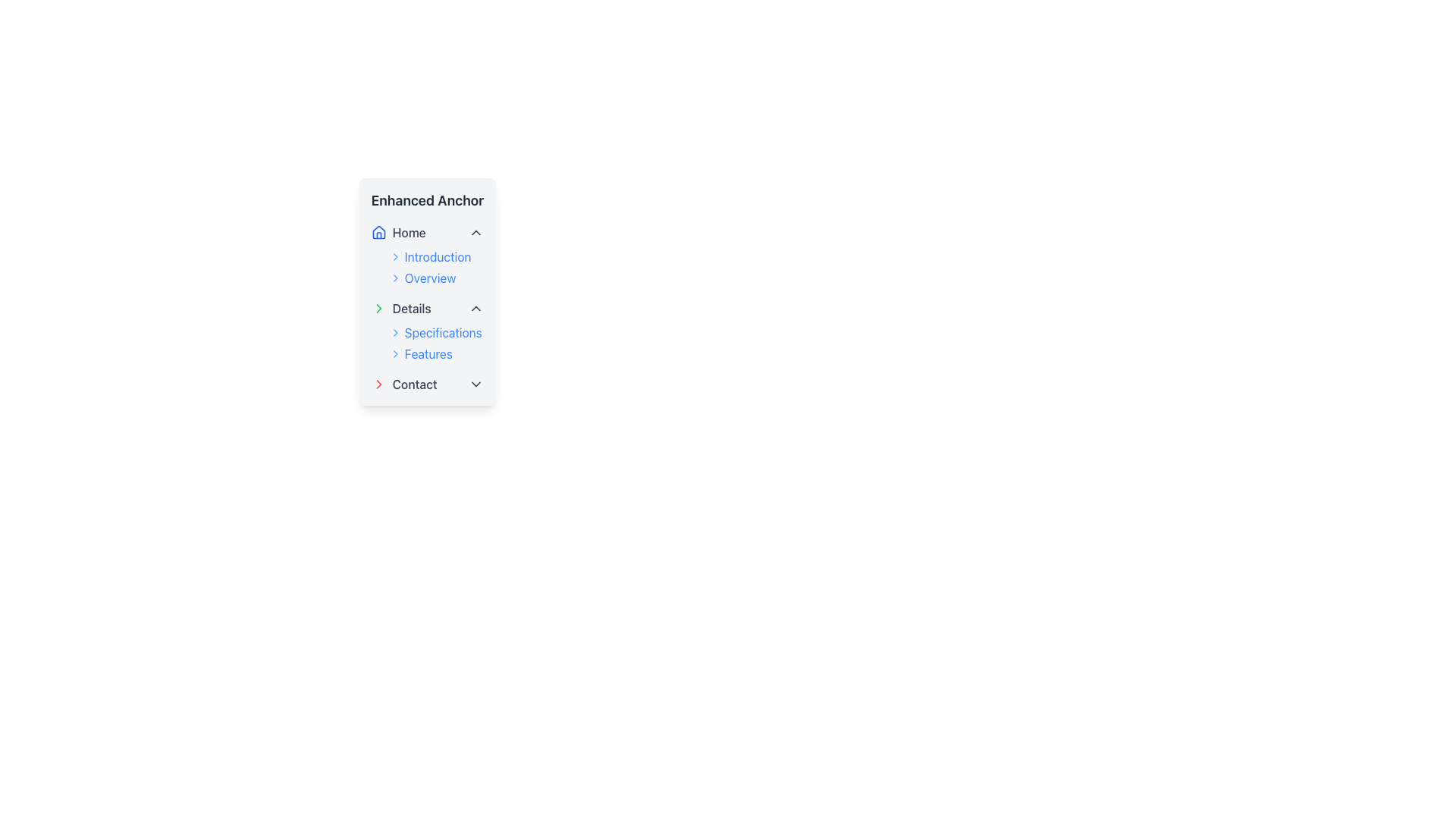 The image size is (1456, 819). Describe the element at coordinates (378, 383) in the screenshot. I see `the chevron icon pointing right located to the left of the text 'Contact' in the sidebar` at that location.